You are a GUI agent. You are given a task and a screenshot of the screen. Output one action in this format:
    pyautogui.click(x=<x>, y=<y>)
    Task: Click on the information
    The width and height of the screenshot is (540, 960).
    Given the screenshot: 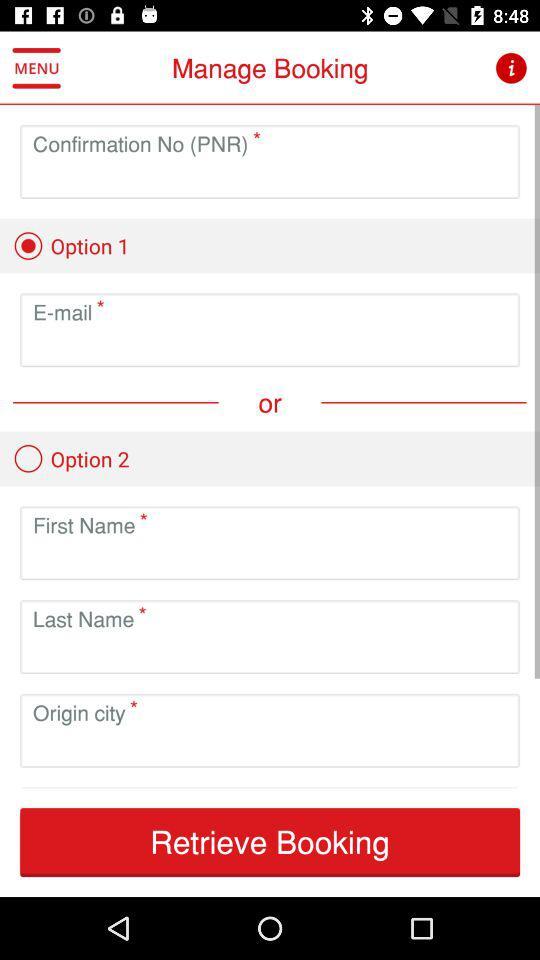 What is the action you would take?
    pyautogui.click(x=511, y=68)
    